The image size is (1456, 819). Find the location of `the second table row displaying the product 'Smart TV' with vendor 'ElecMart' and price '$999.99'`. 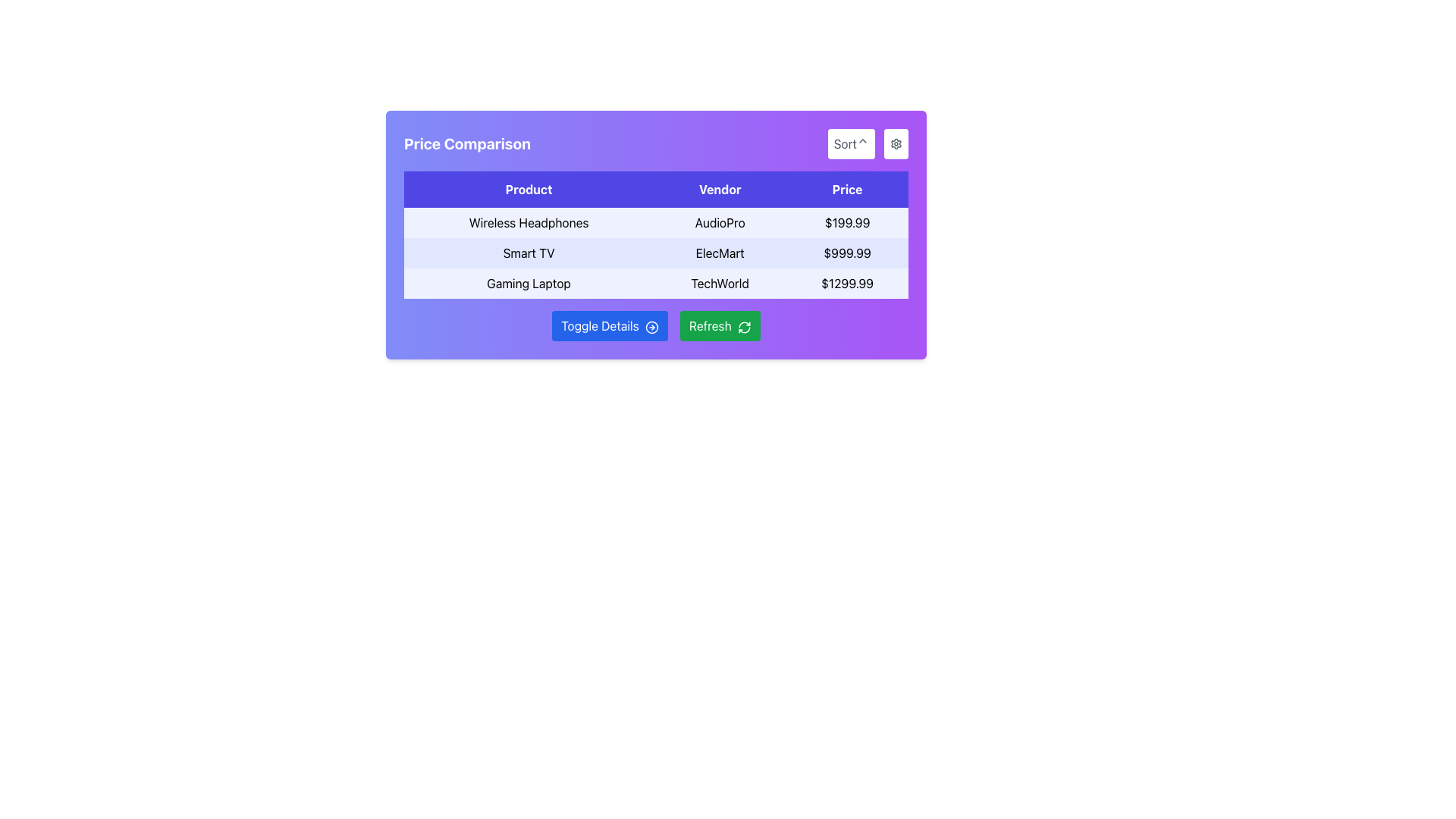

the second table row displaying the product 'Smart TV' with vendor 'ElecMart' and price '$999.99' is located at coordinates (656, 253).